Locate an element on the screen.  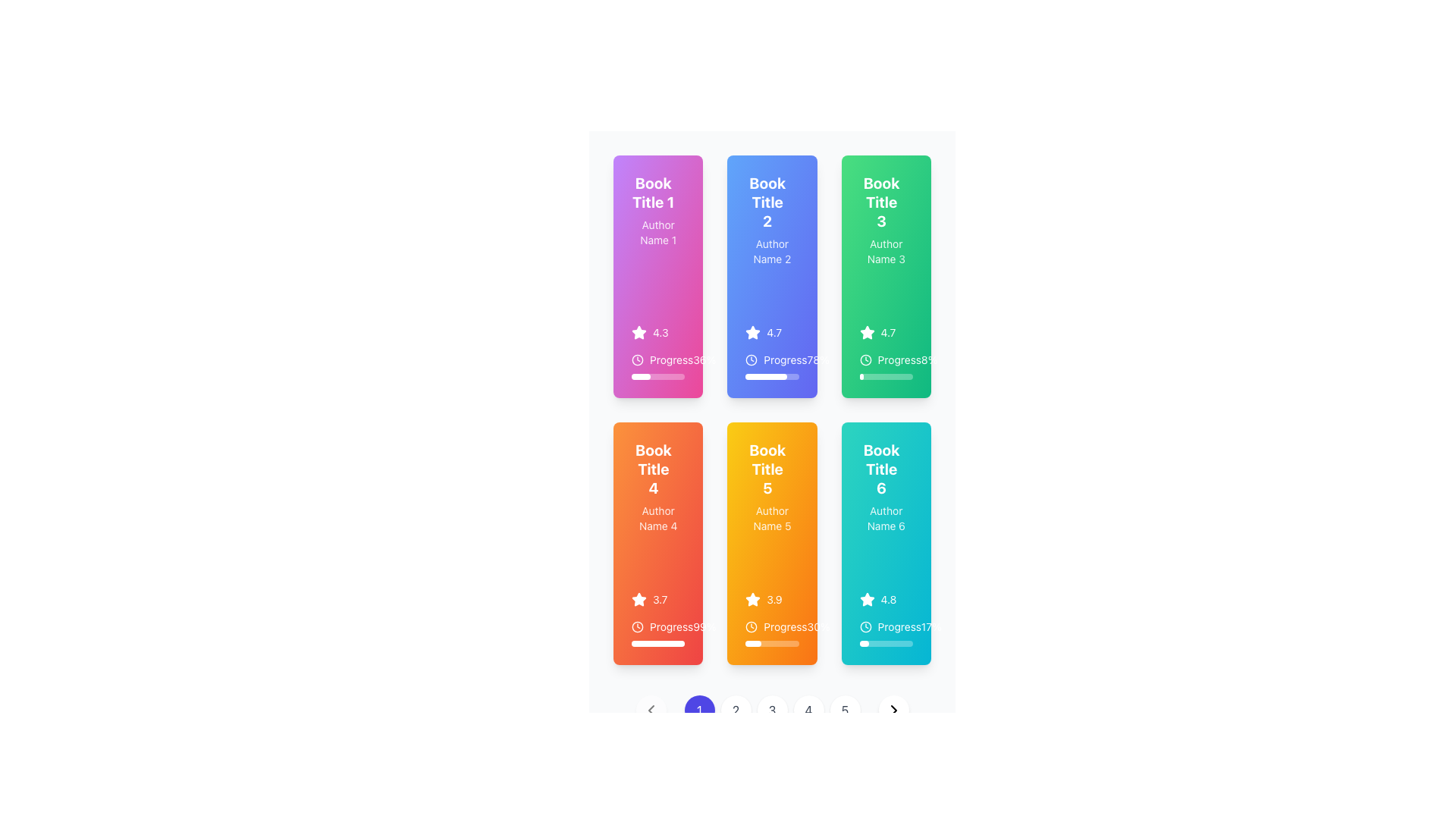
the Rating display, which consists of a white star icon and the text '4.8' in small white font, located centrally above the 'Progress' section in the 'Book Title 6' card is located at coordinates (886, 598).